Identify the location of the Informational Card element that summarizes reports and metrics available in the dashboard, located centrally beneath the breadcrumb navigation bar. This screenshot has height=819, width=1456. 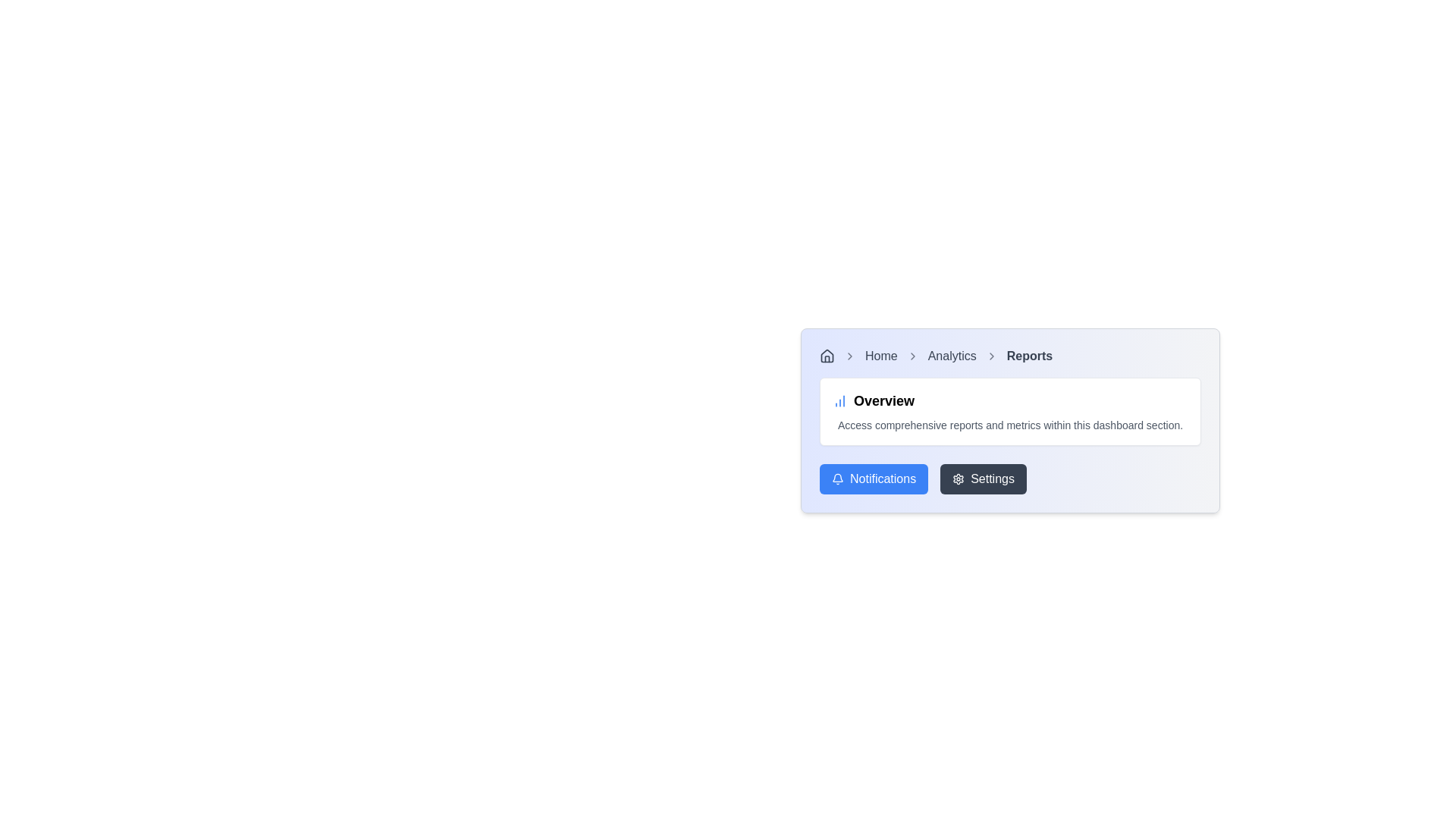
(1010, 412).